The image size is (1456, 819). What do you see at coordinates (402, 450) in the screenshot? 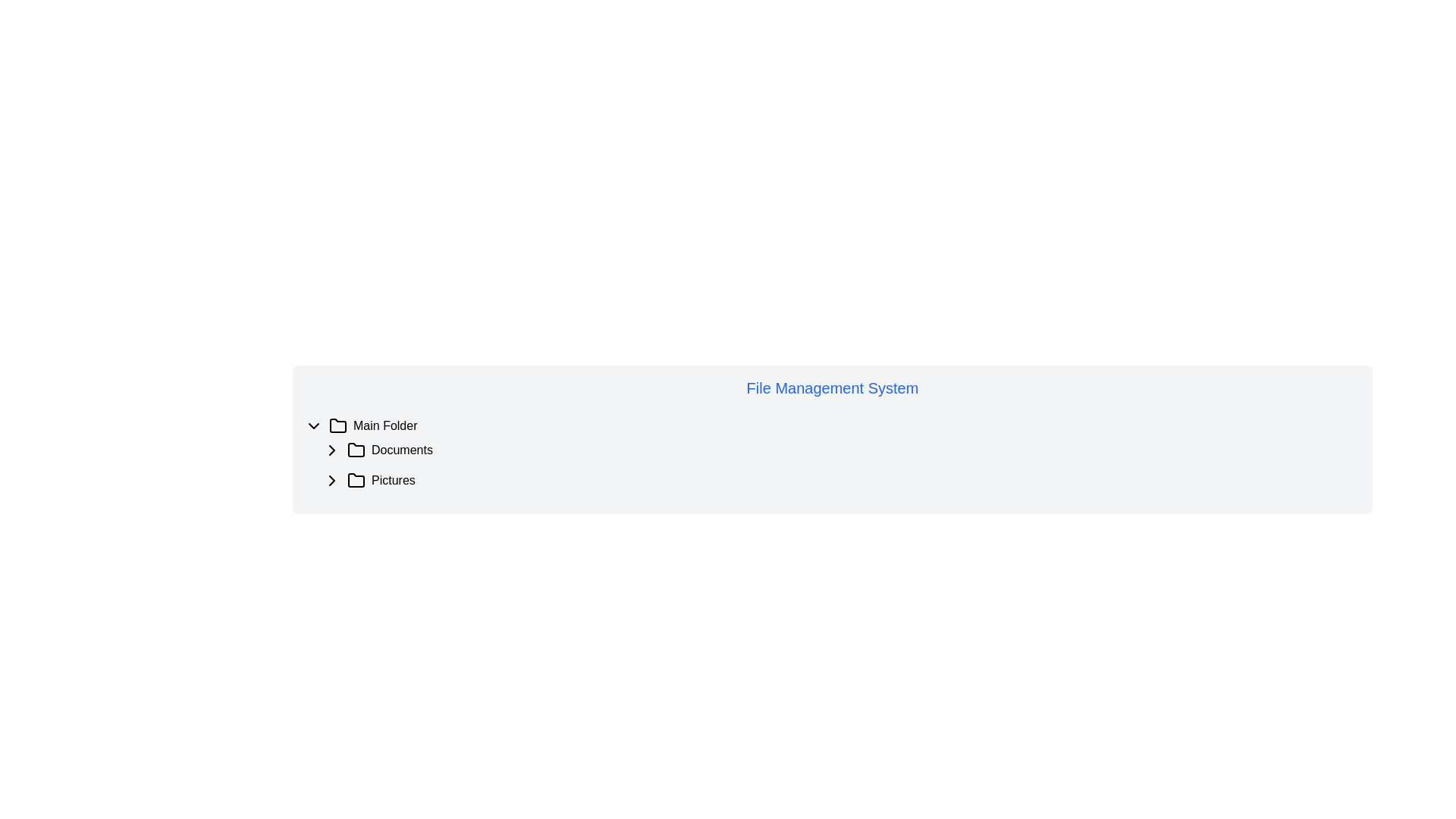
I see `text label identifying the 'Documents' folder located in the left-side navigation panel under the 'Main Folder' section` at bounding box center [402, 450].